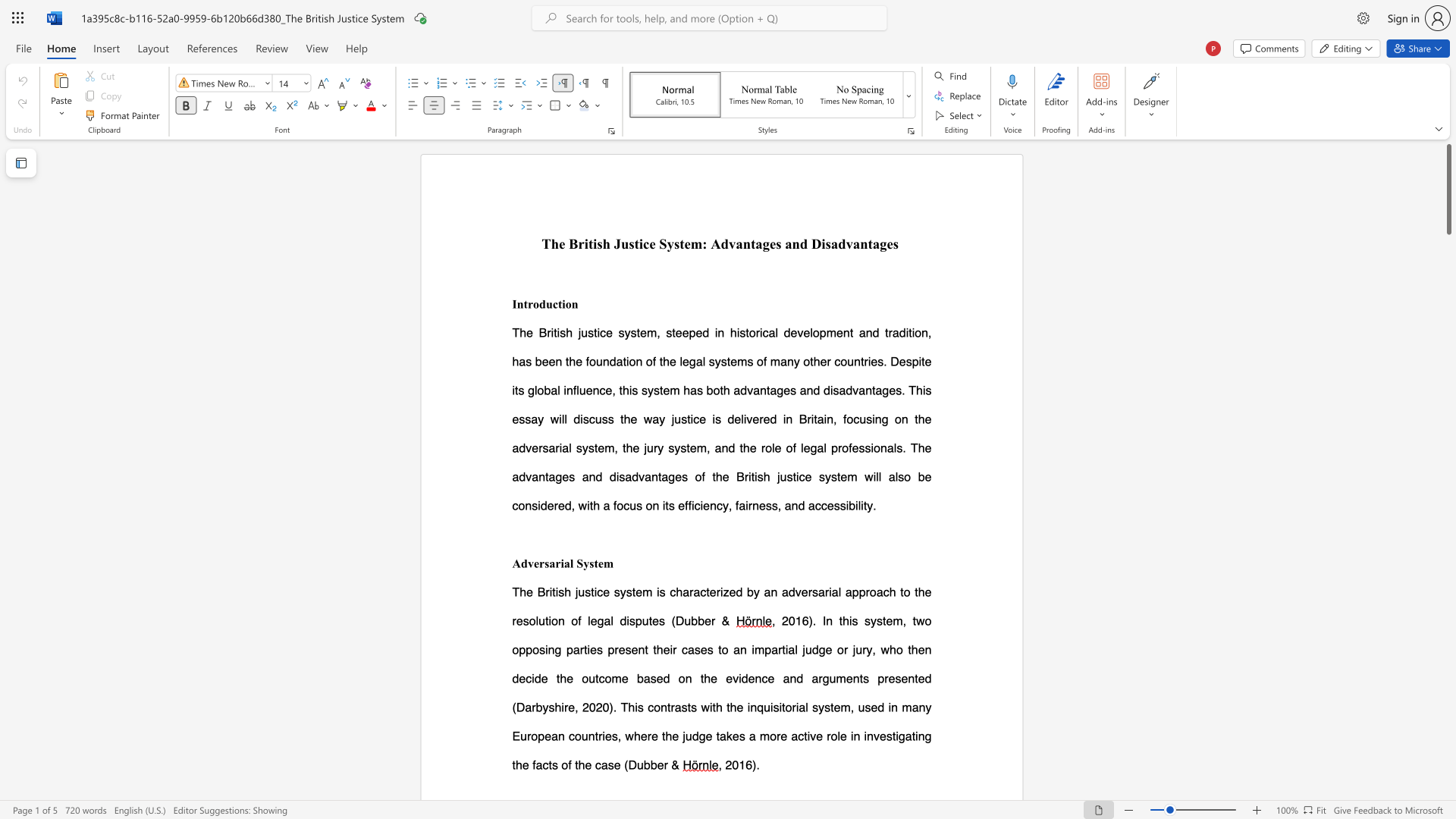 Image resolution: width=1456 pixels, height=819 pixels. Describe the element at coordinates (748, 735) in the screenshot. I see `the subset text "a more active rol" within the text "). This contrasts with the inquisitorial system, used in many European countries, where the judge takes a more active role in investigating the facts of the case"` at that location.